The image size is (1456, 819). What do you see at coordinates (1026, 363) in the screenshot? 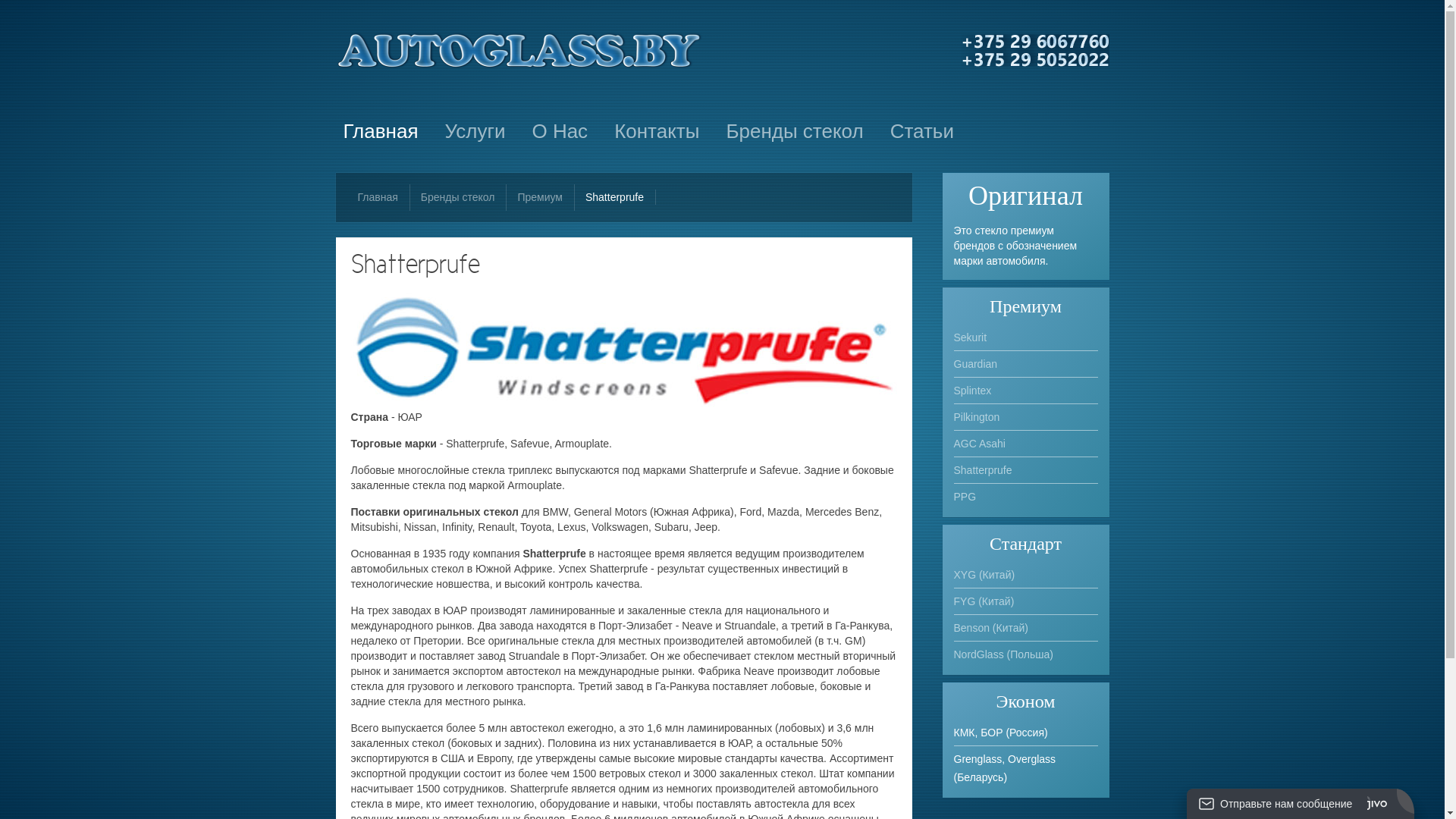
I see `'Guardian'` at bounding box center [1026, 363].